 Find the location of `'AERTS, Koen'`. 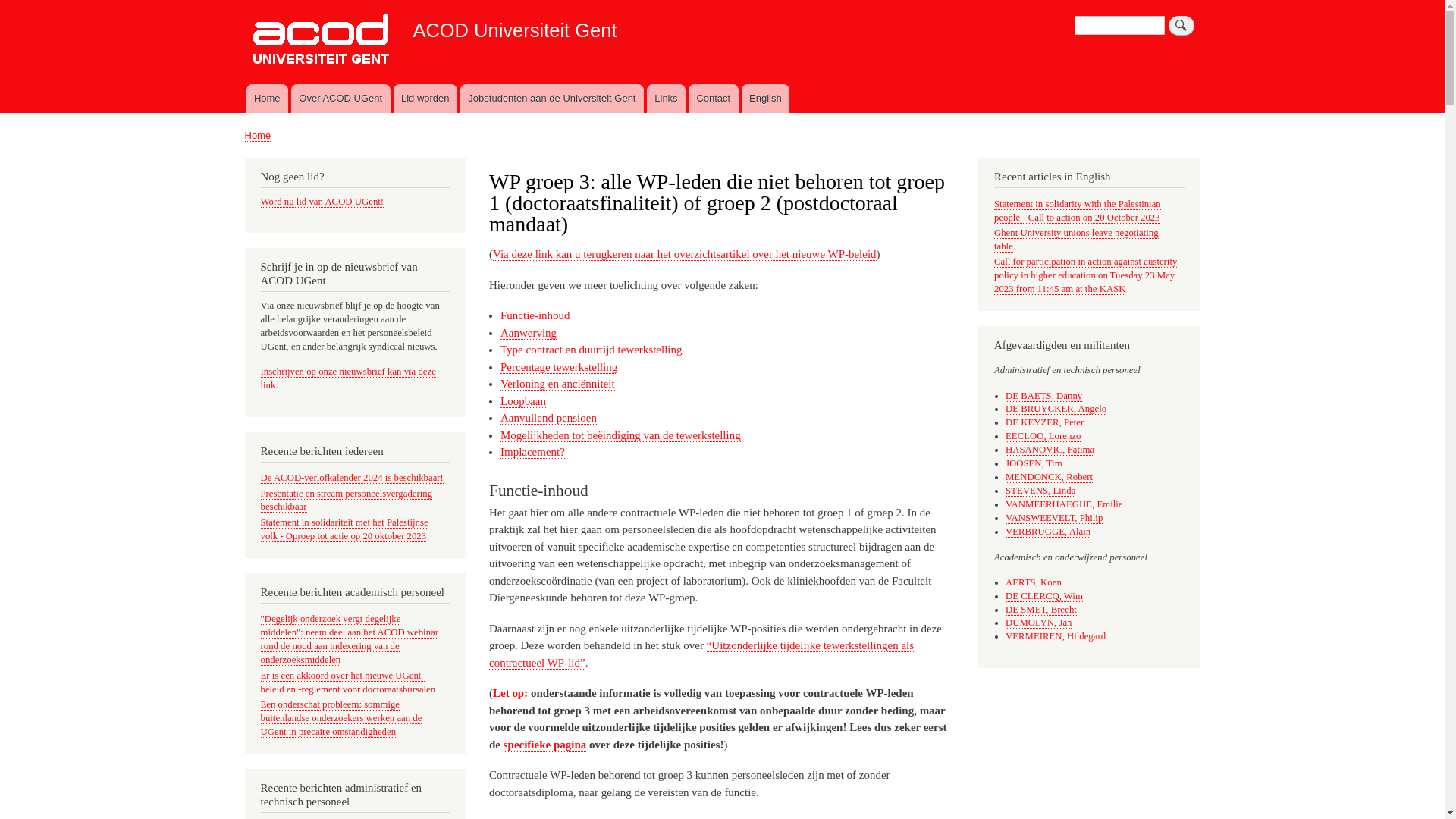

'AERTS, Koen' is located at coordinates (1033, 582).